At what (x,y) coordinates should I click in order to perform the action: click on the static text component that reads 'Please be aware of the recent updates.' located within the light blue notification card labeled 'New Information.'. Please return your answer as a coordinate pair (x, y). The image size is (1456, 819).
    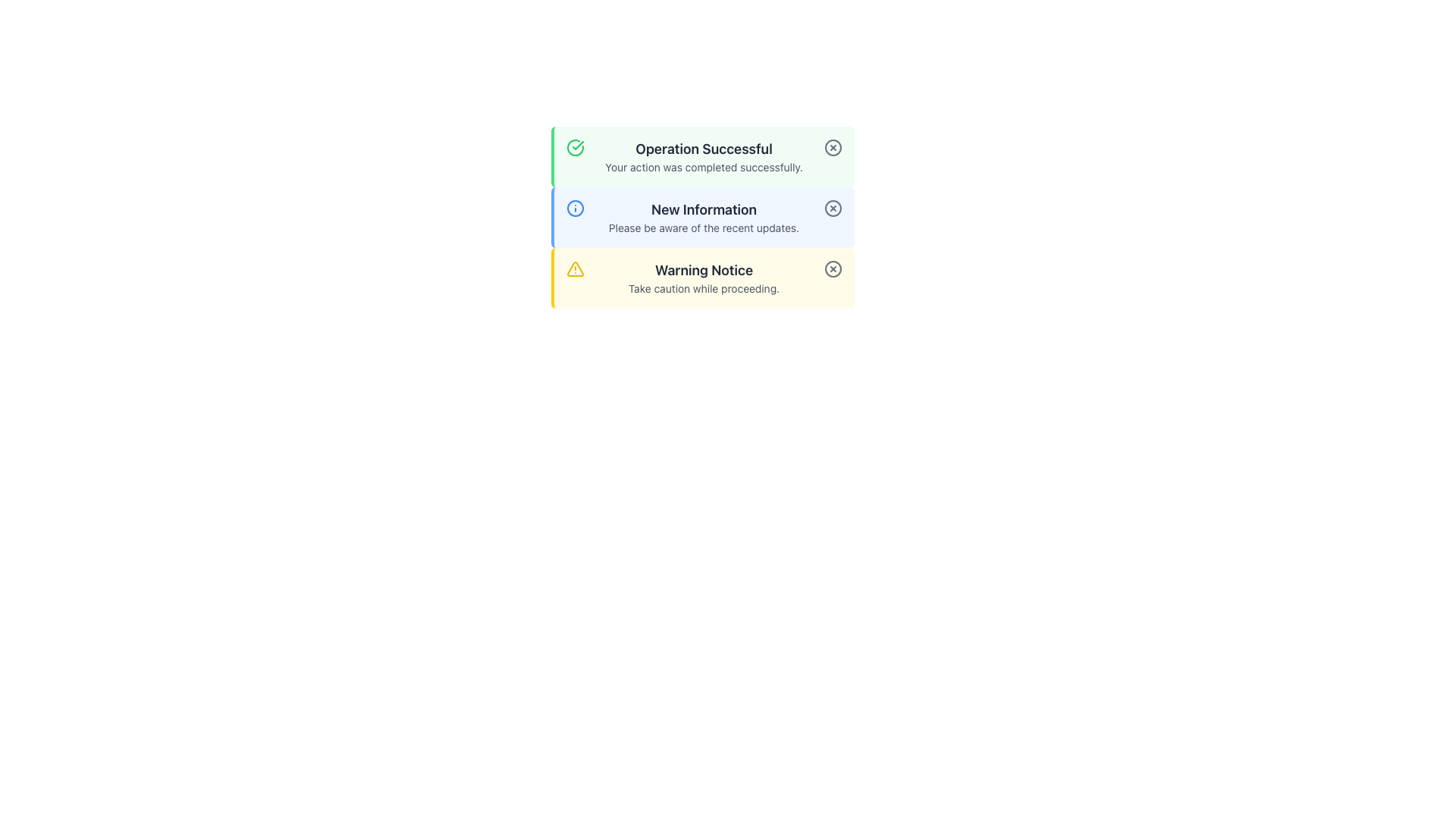
    Looking at the image, I should click on (703, 227).